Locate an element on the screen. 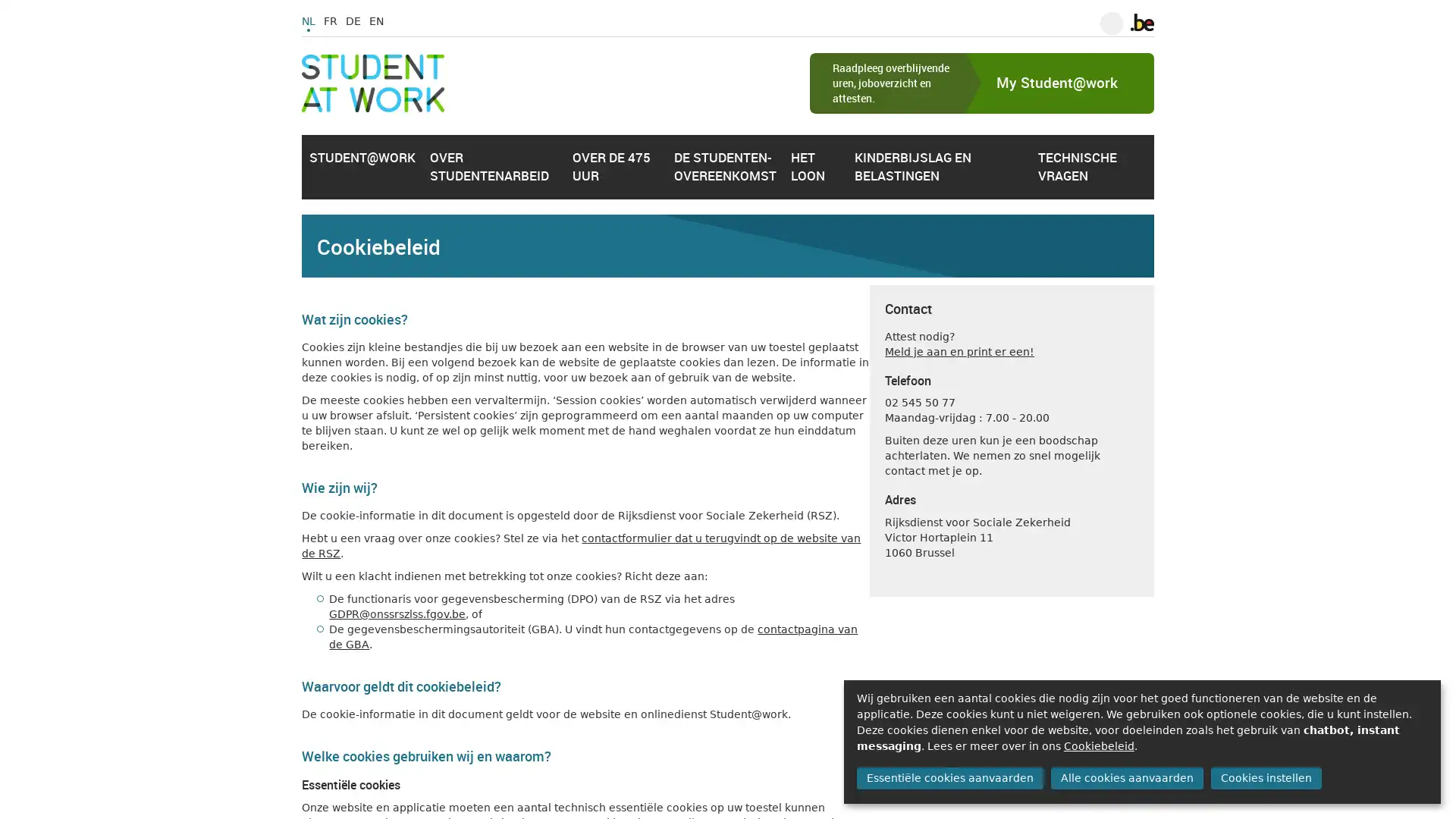 The width and height of the screenshot is (1456, 819). Essentiele cookies aanvaarden is located at coordinates (949, 778).